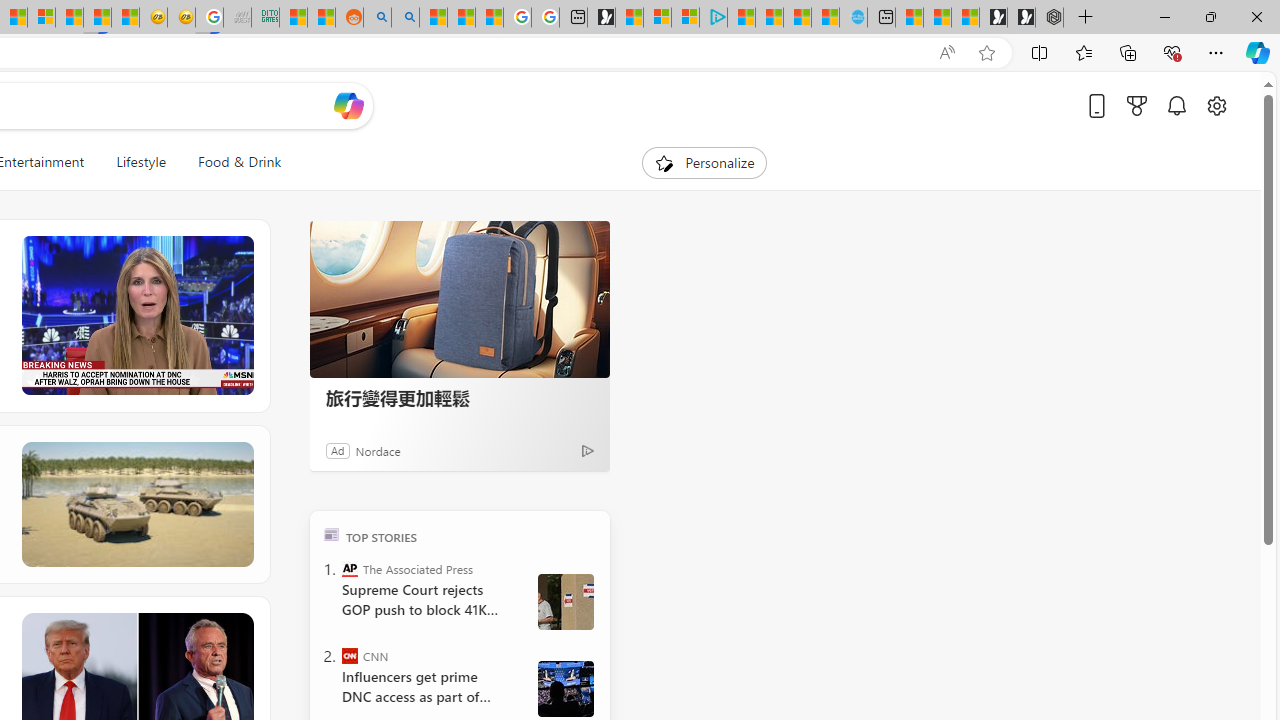 The height and width of the screenshot is (720, 1280). I want to click on 'Play Free Online Games | Games from Microsoft Start', so click(1021, 17).